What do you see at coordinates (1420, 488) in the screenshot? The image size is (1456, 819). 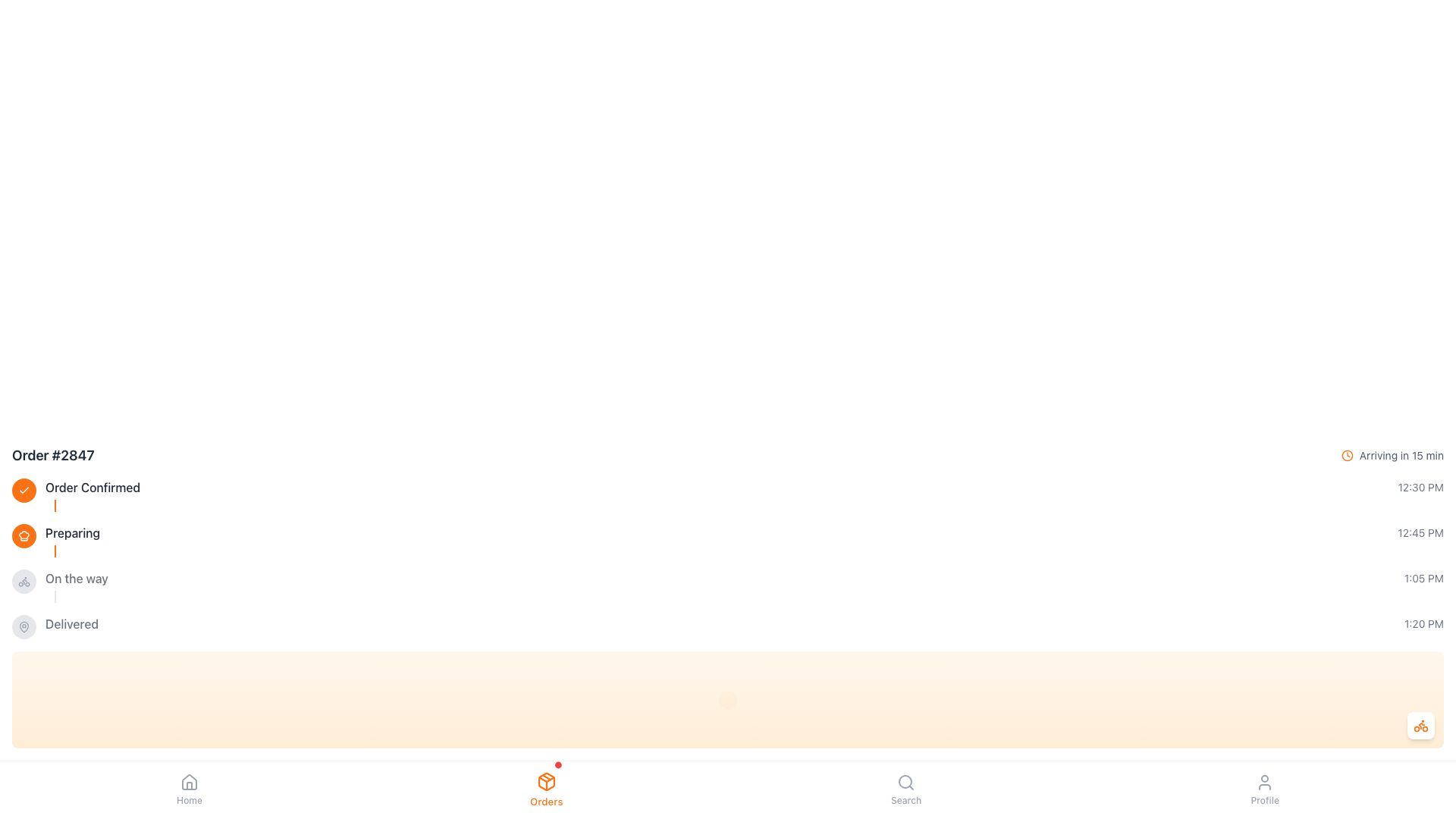 I see `the timestamp text element located in the upper-right area of the user interface, which indicates the time associated with the 'Order Confirmed' status` at bounding box center [1420, 488].